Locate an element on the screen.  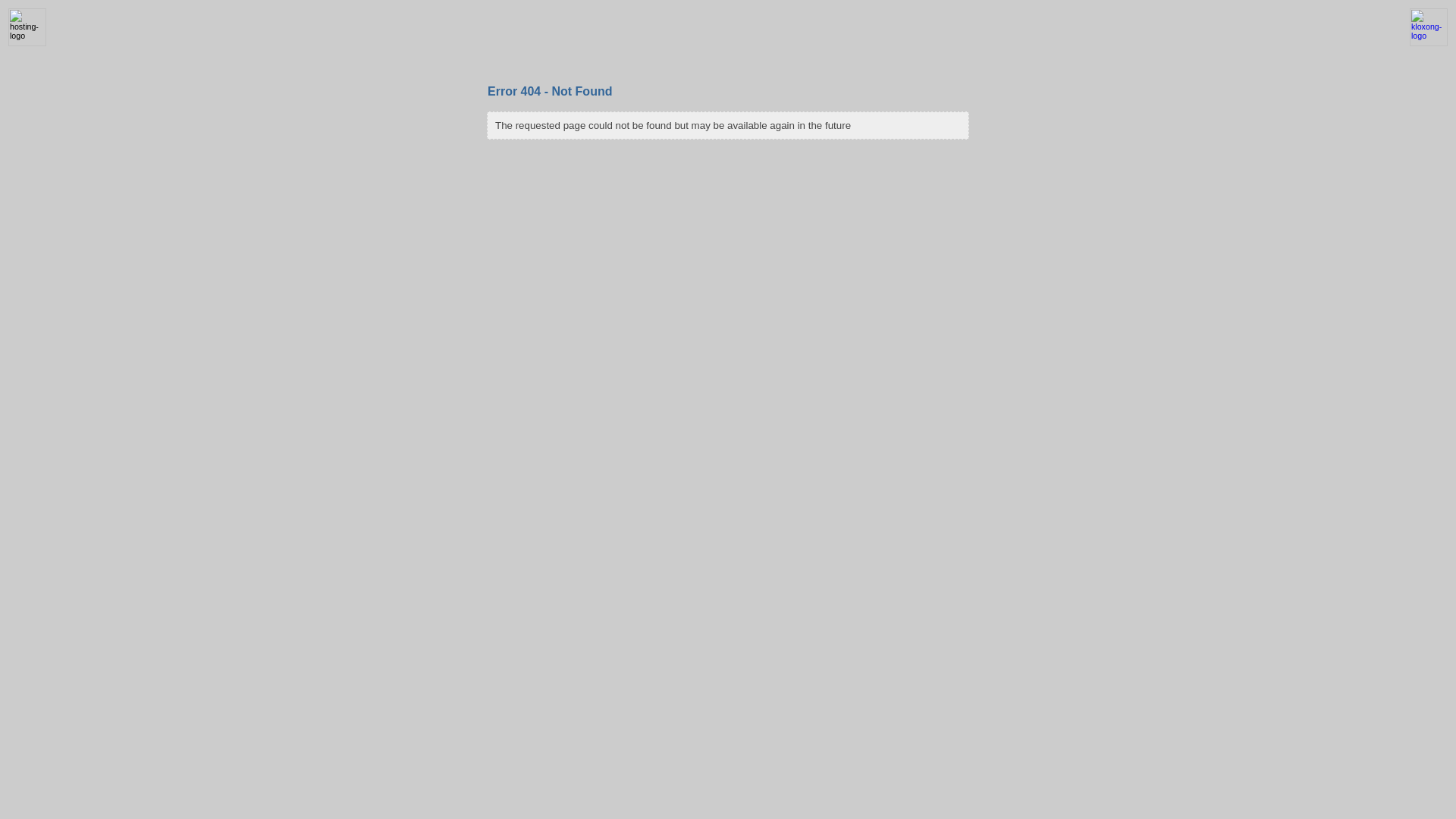
'KloxoNG website' is located at coordinates (1401, 42).